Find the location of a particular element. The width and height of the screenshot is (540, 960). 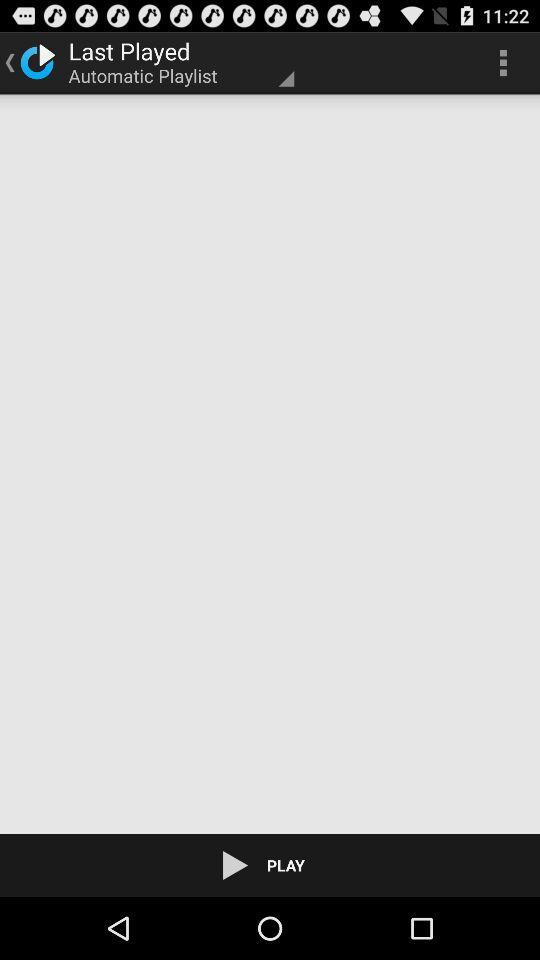

app to the right of automatic playlist app is located at coordinates (502, 62).